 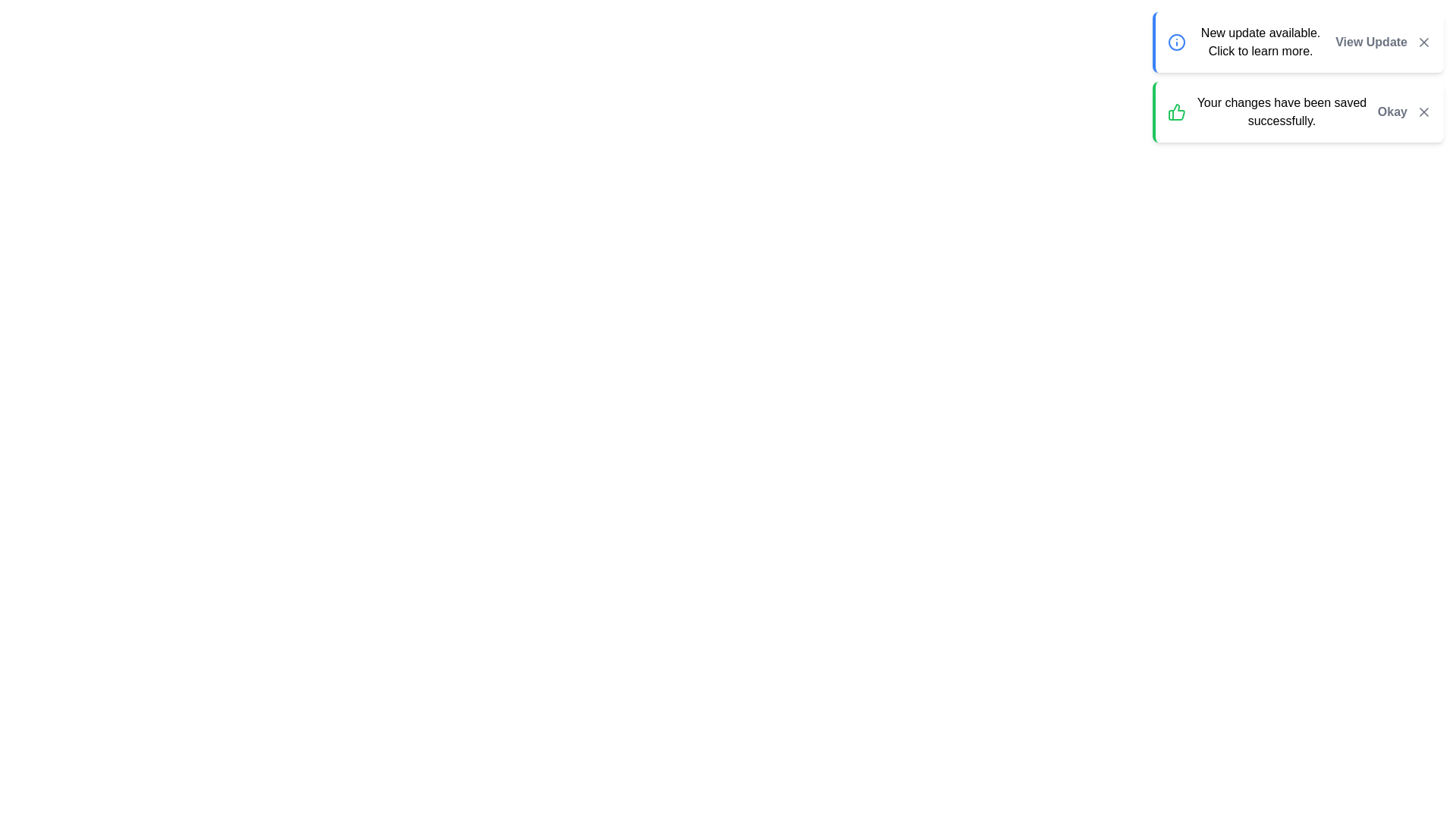 I want to click on the blue SVG circle with a radius of 10 units, located in the top-right corner of the interface, so click(x=1175, y=42).